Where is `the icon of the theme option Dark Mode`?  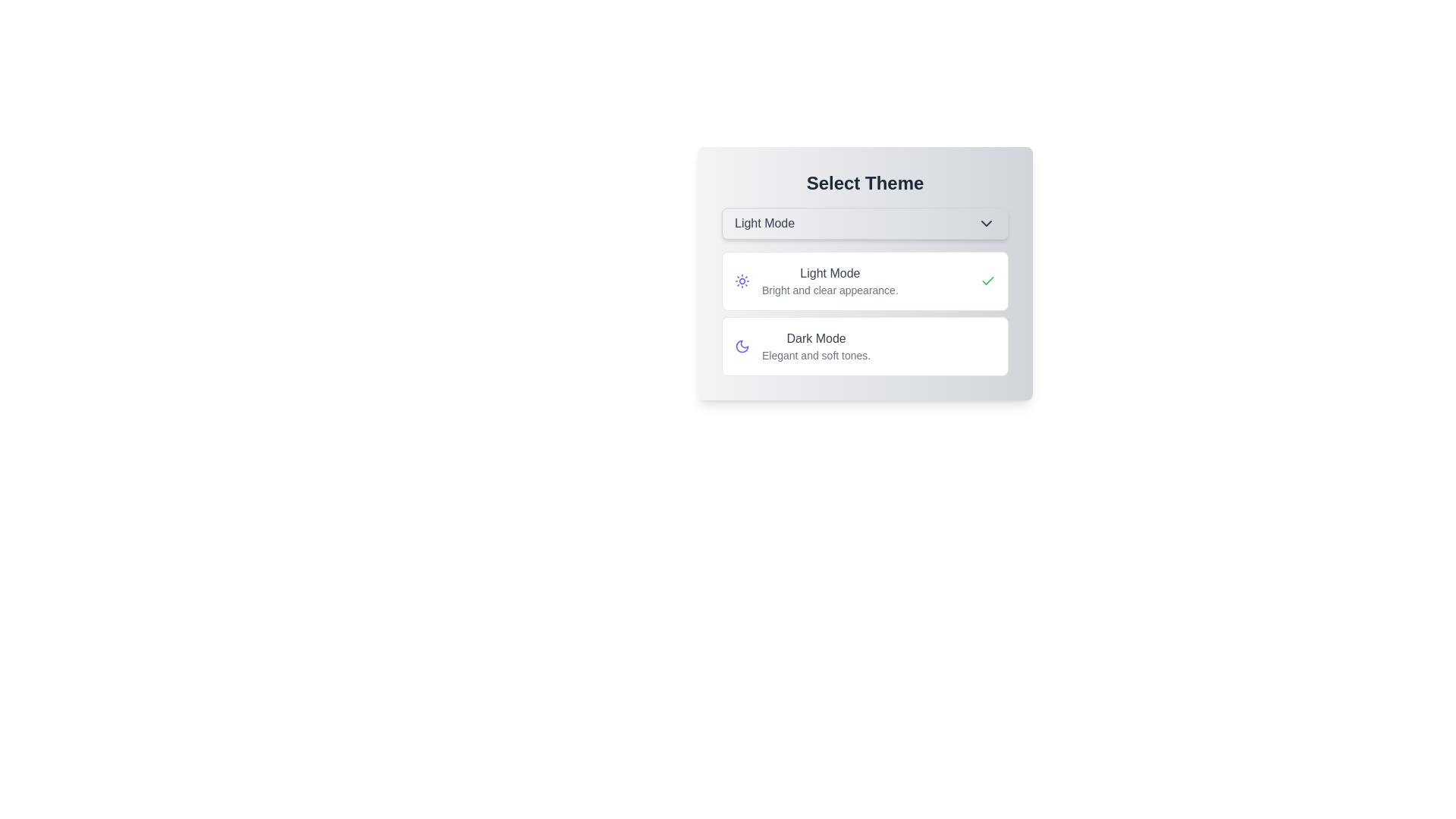 the icon of the theme option Dark Mode is located at coordinates (742, 346).